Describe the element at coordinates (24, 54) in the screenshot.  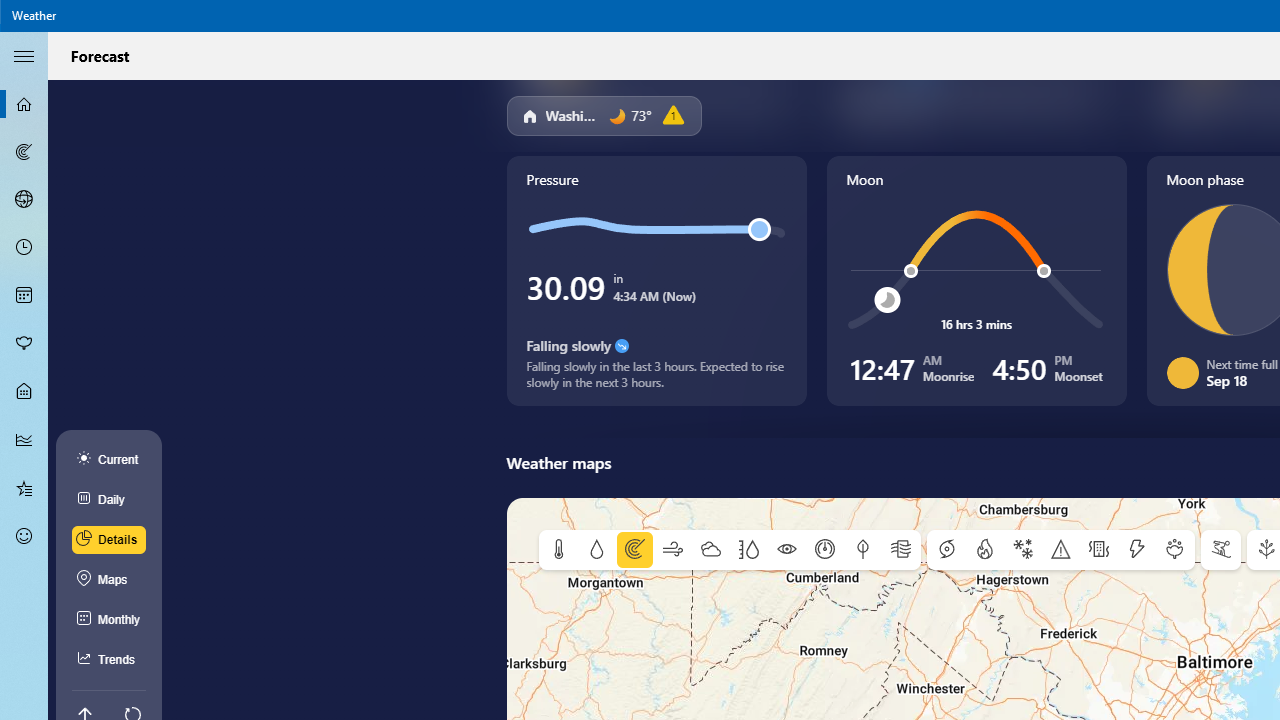
I see `'Collapse Navigation'` at that location.